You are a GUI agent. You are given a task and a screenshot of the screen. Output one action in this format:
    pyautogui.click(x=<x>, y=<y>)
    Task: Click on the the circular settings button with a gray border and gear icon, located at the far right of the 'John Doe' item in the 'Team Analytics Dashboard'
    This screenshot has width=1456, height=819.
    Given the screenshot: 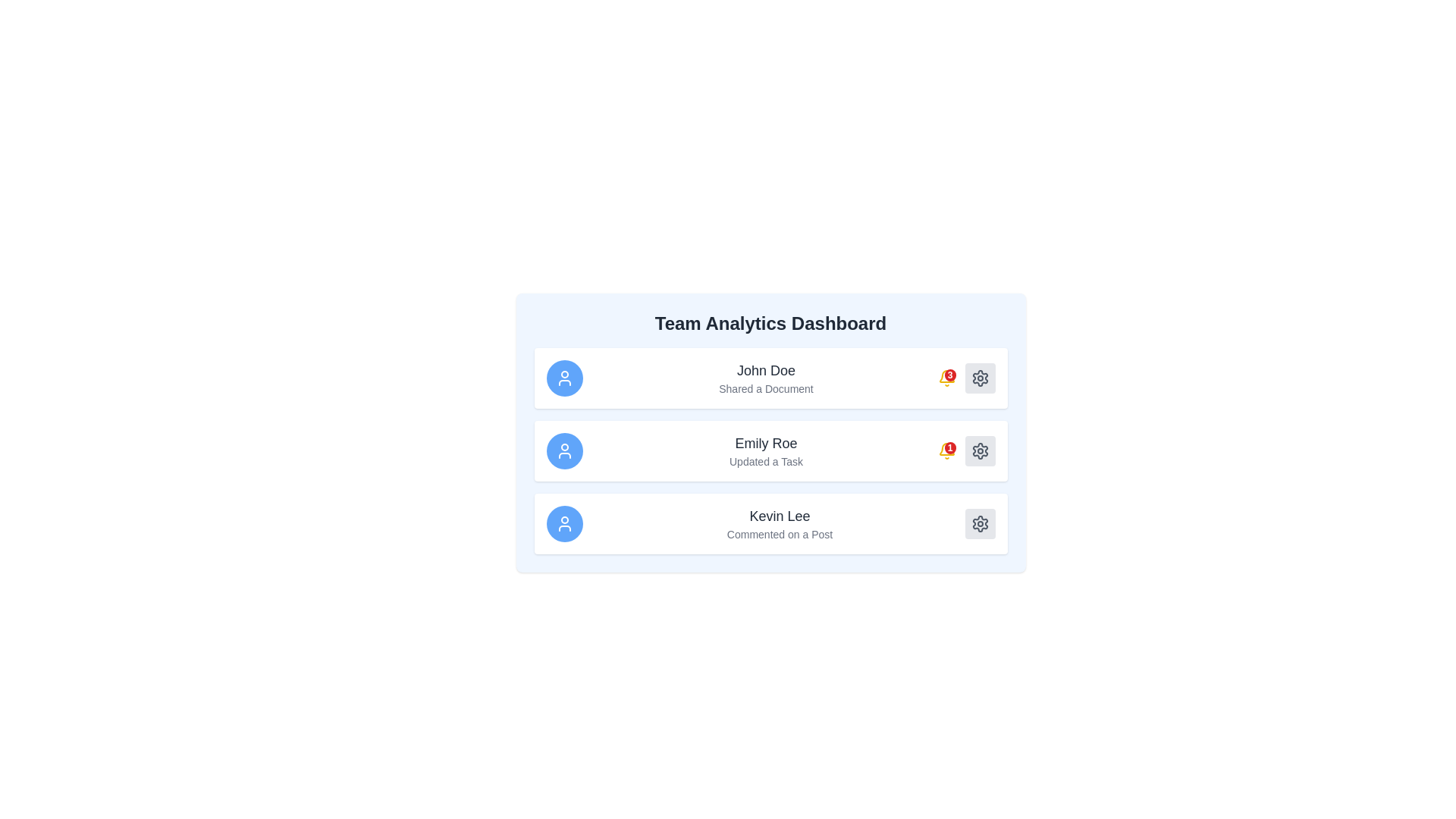 What is the action you would take?
    pyautogui.click(x=980, y=377)
    